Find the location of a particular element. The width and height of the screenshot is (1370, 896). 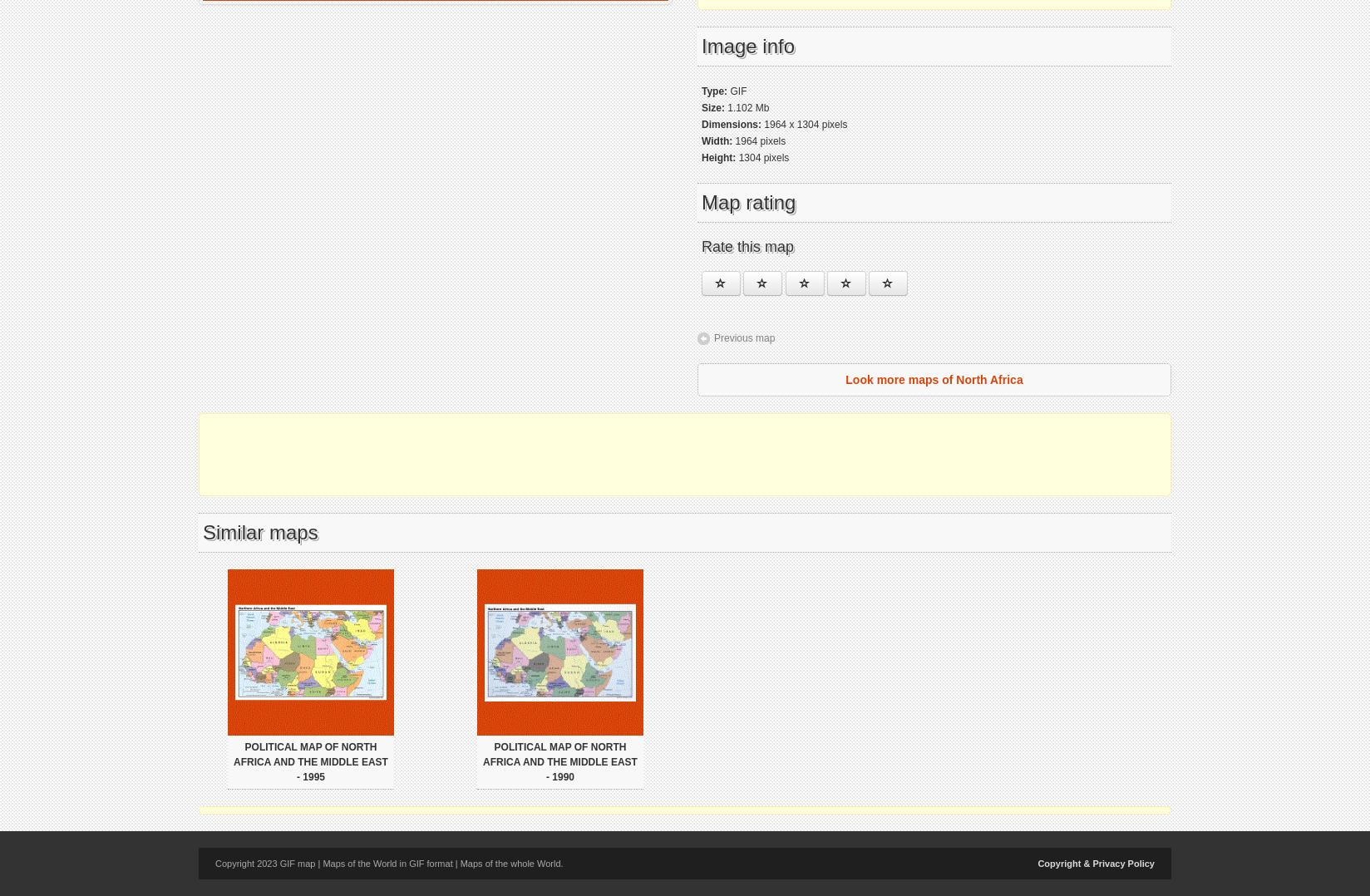

'1.102 Mb' is located at coordinates (747, 108).